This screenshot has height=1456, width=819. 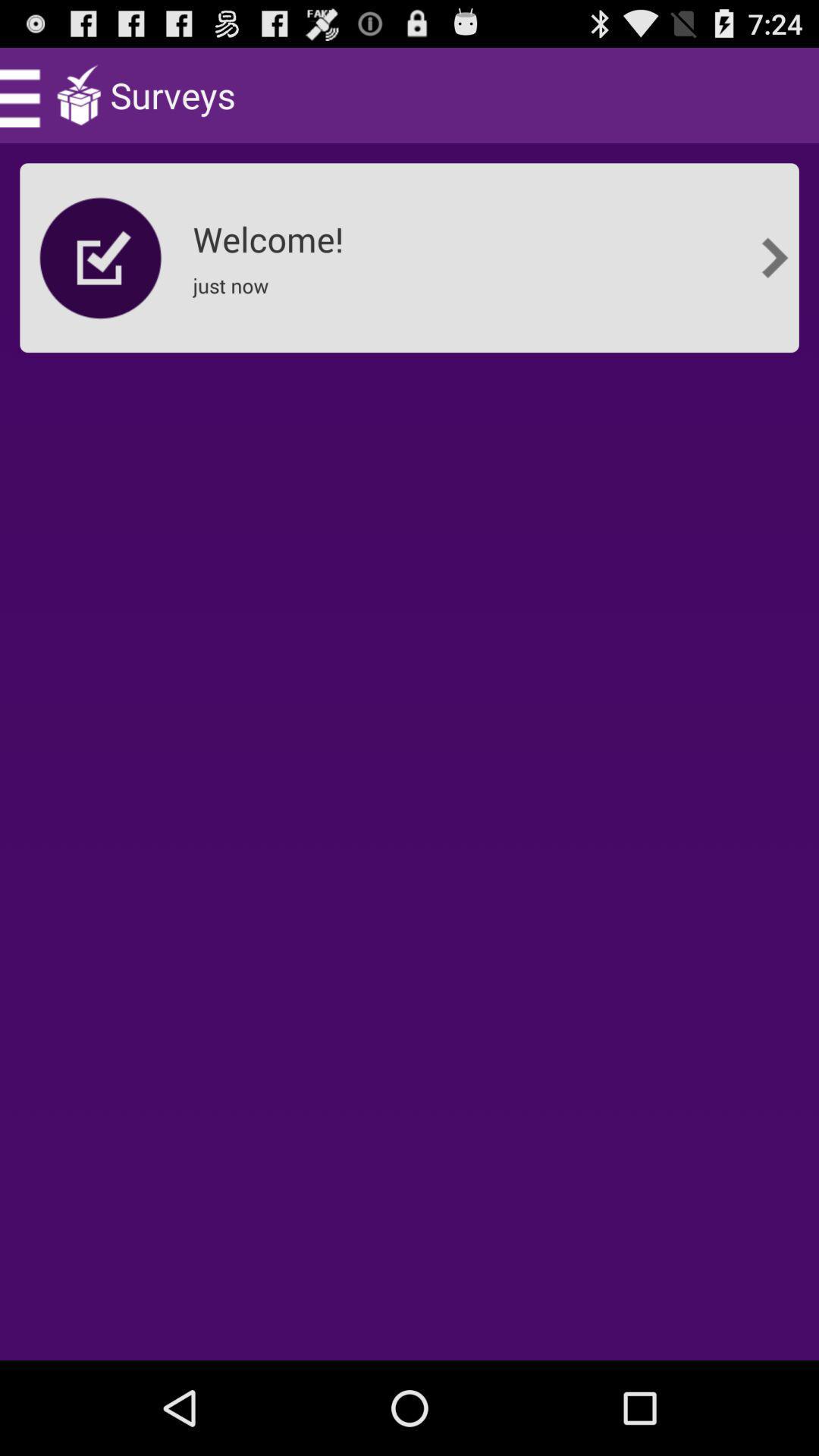 I want to click on icon next to the welcome!, so click(x=774, y=258).